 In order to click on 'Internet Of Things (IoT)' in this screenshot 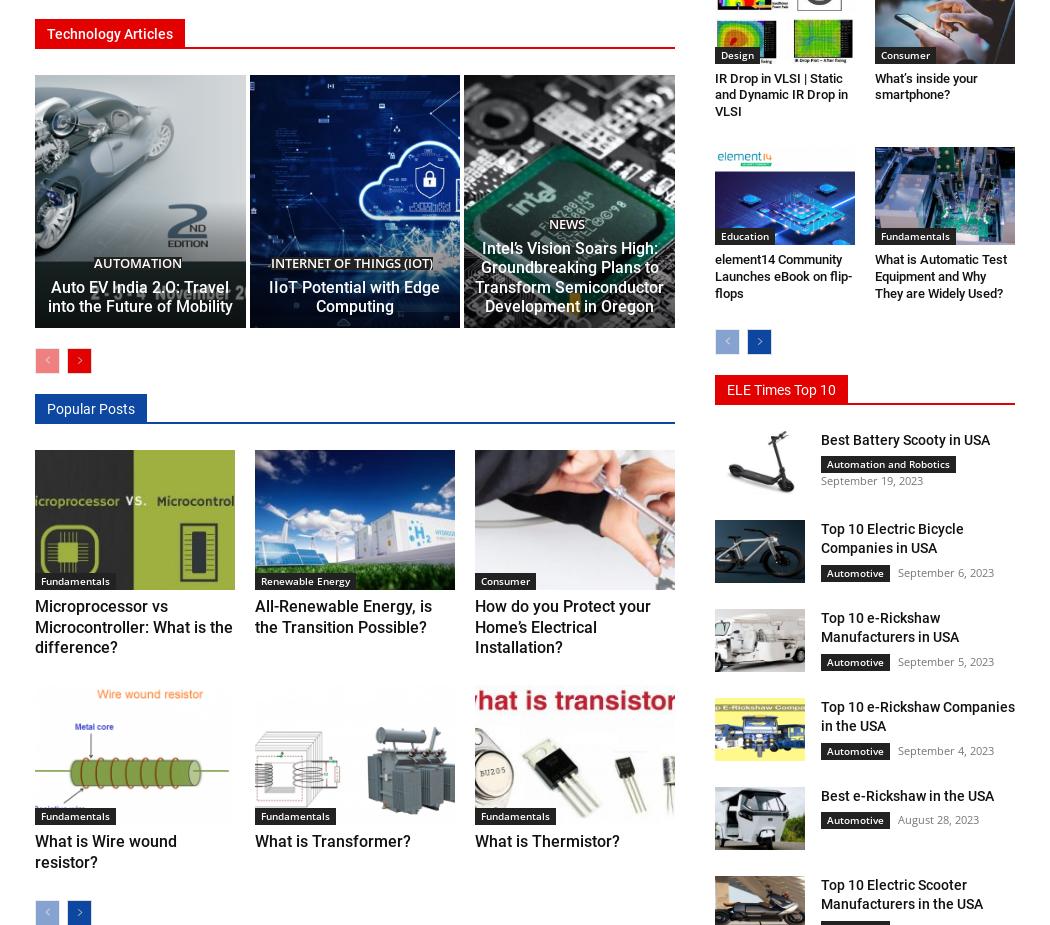, I will do `click(350, 261)`.